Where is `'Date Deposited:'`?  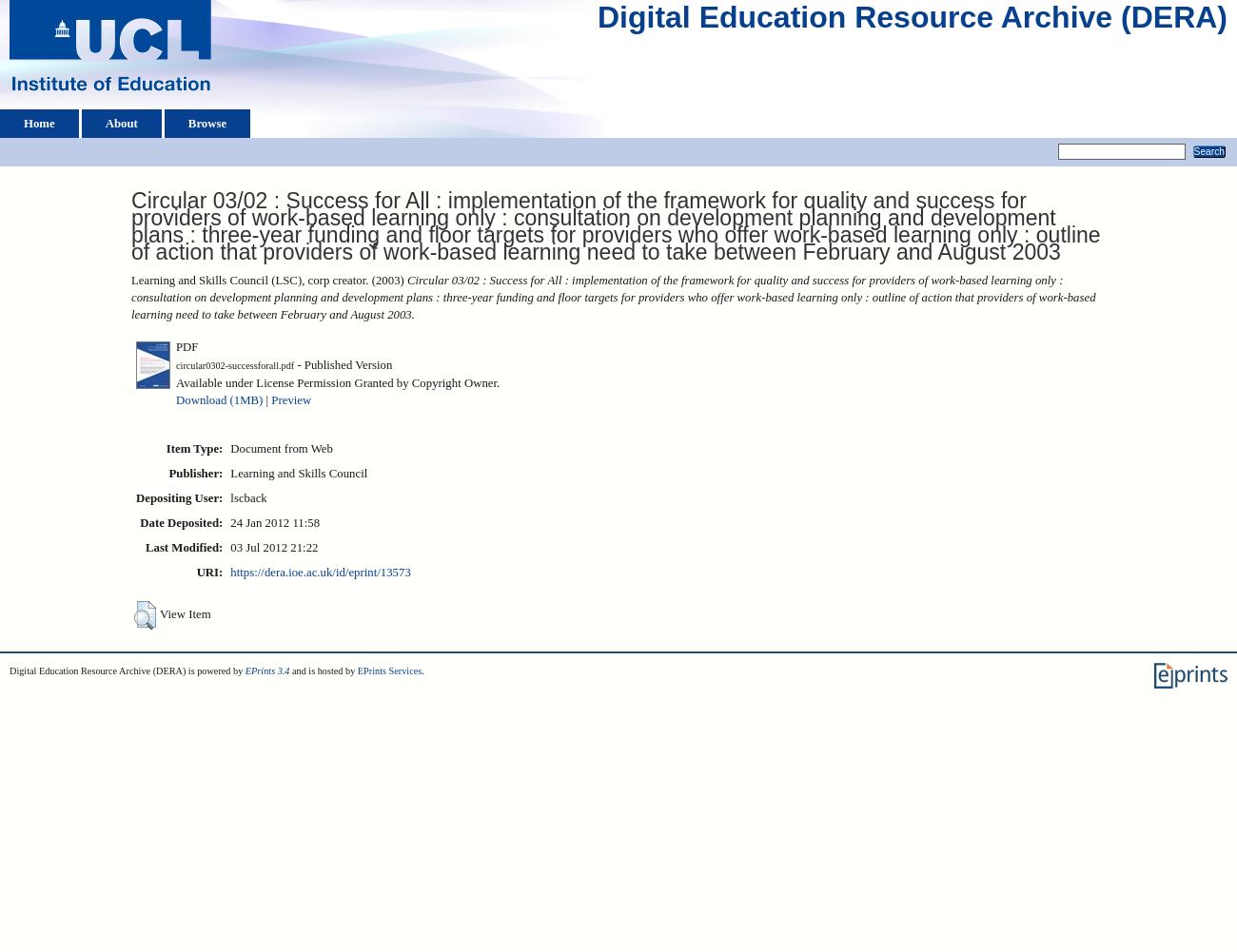
'Date Deposited:' is located at coordinates (181, 521).